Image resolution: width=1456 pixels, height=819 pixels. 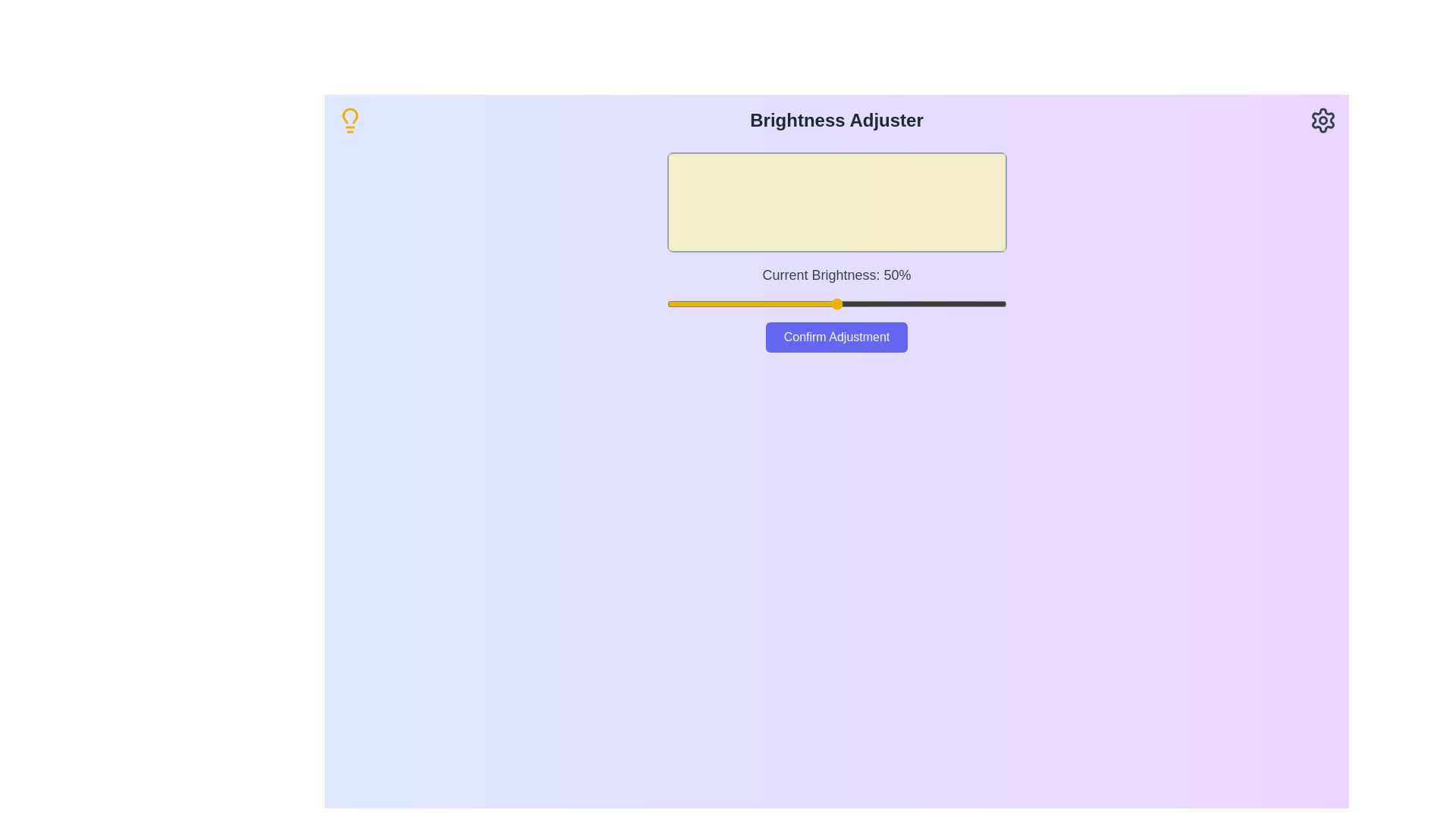 What do you see at coordinates (836, 336) in the screenshot?
I see `the 'Confirm Adjustment' button` at bounding box center [836, 336].